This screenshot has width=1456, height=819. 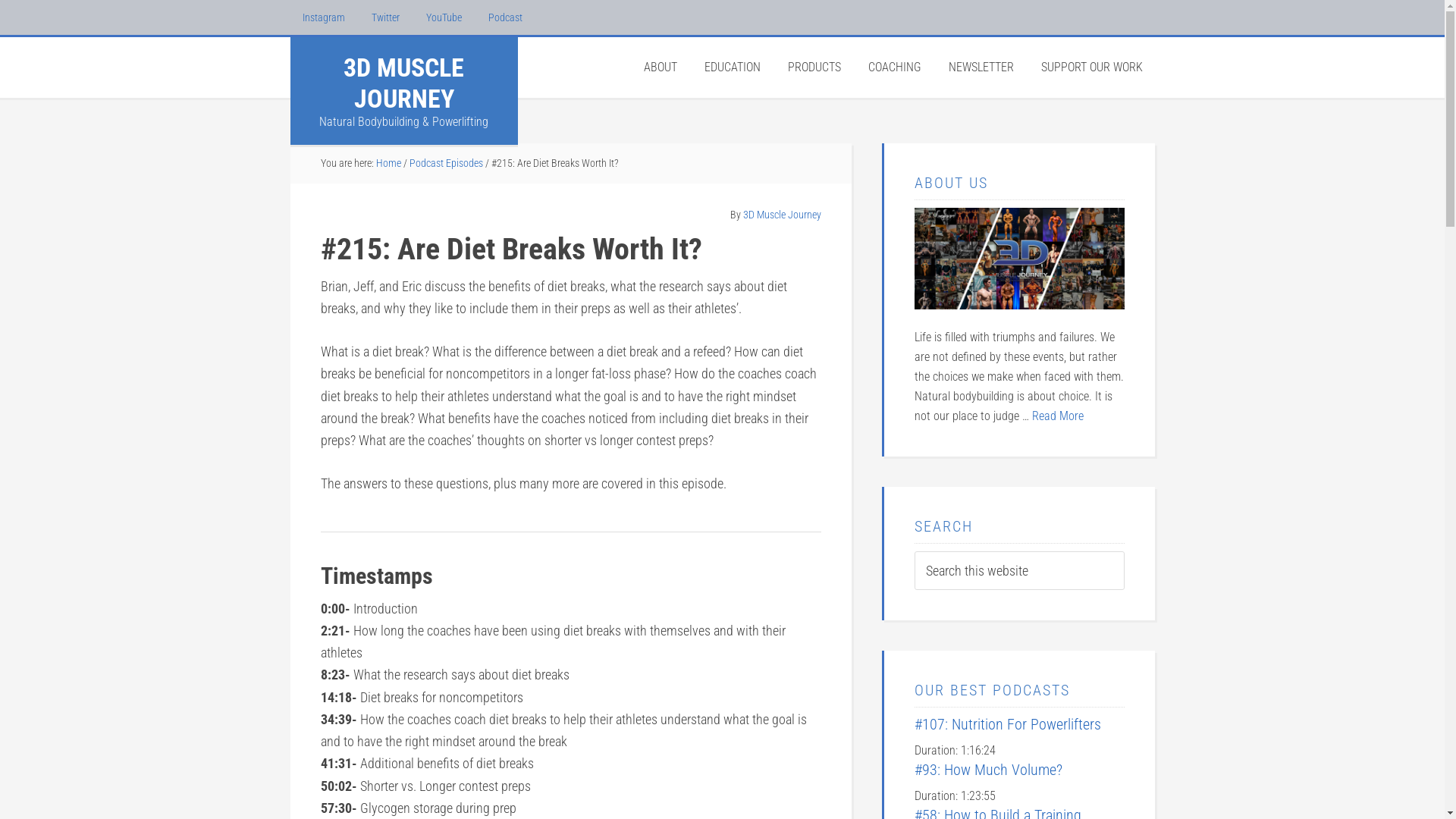 I want to click on 'Twitter', so click(x=385, y=17).